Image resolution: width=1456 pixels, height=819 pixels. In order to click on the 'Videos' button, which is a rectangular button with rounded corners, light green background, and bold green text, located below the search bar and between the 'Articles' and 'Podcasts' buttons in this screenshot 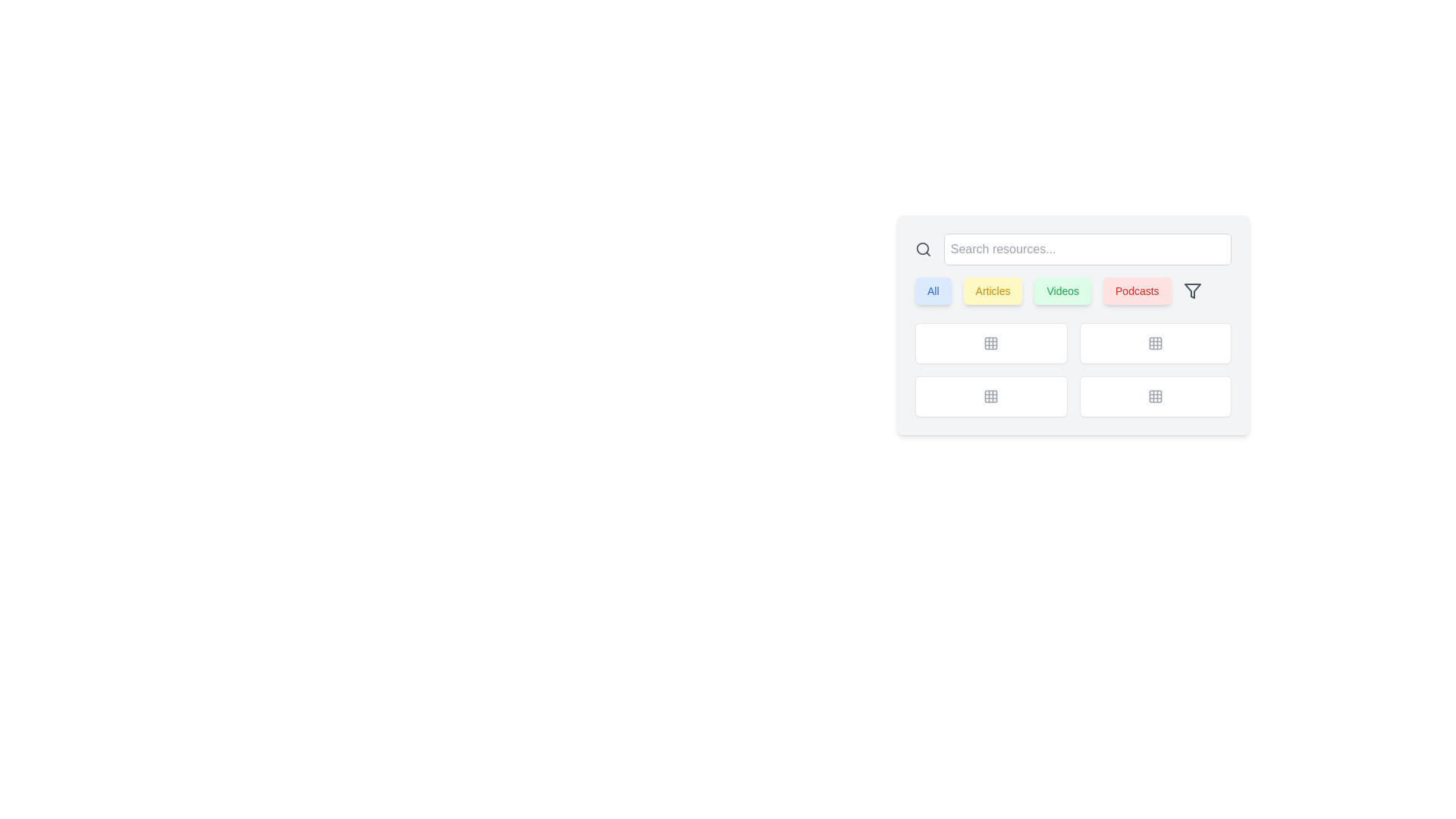, I will do `click(1062, 291)`.